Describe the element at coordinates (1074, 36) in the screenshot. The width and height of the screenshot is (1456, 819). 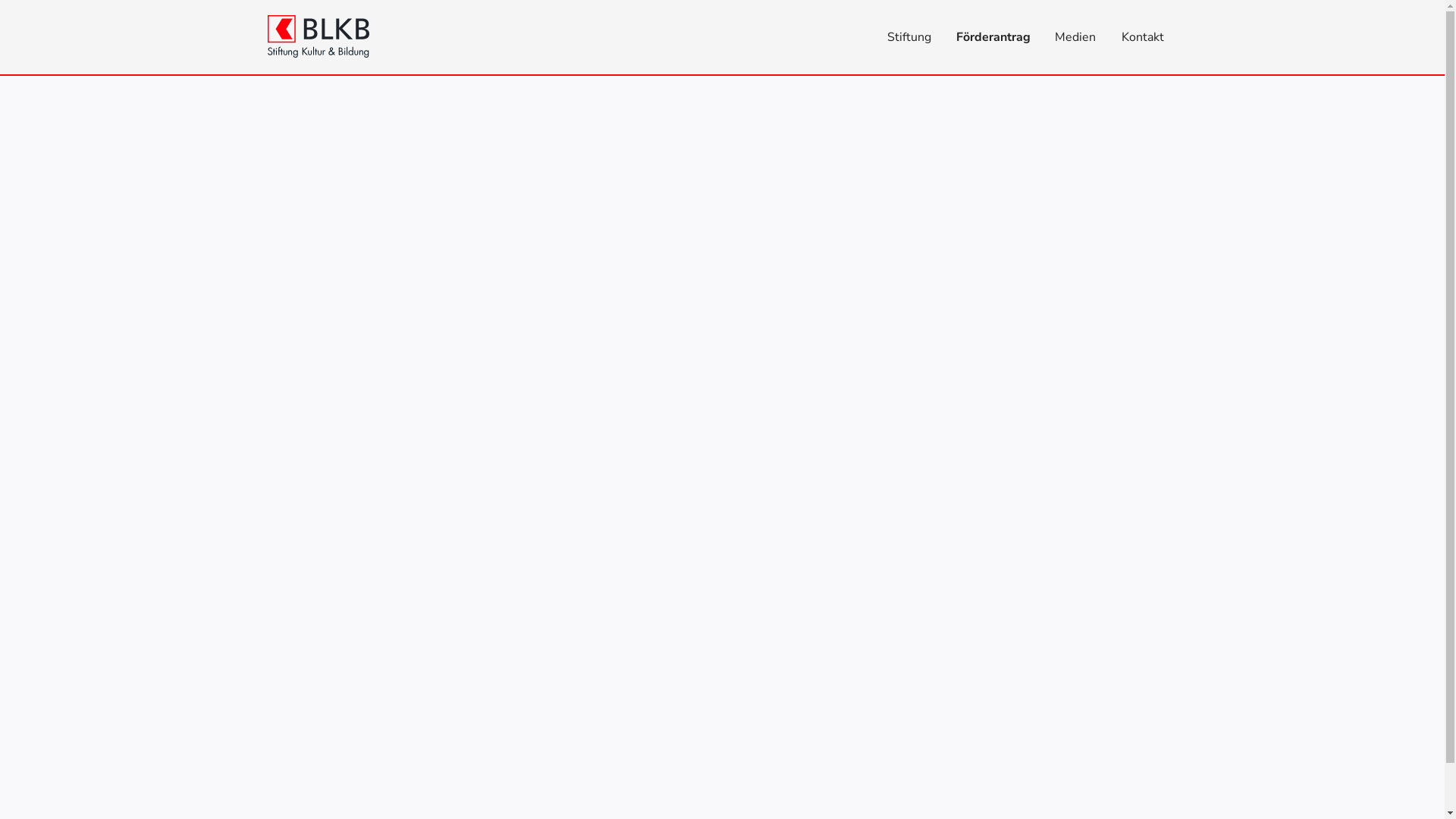
I see `'Medien'` at that location.